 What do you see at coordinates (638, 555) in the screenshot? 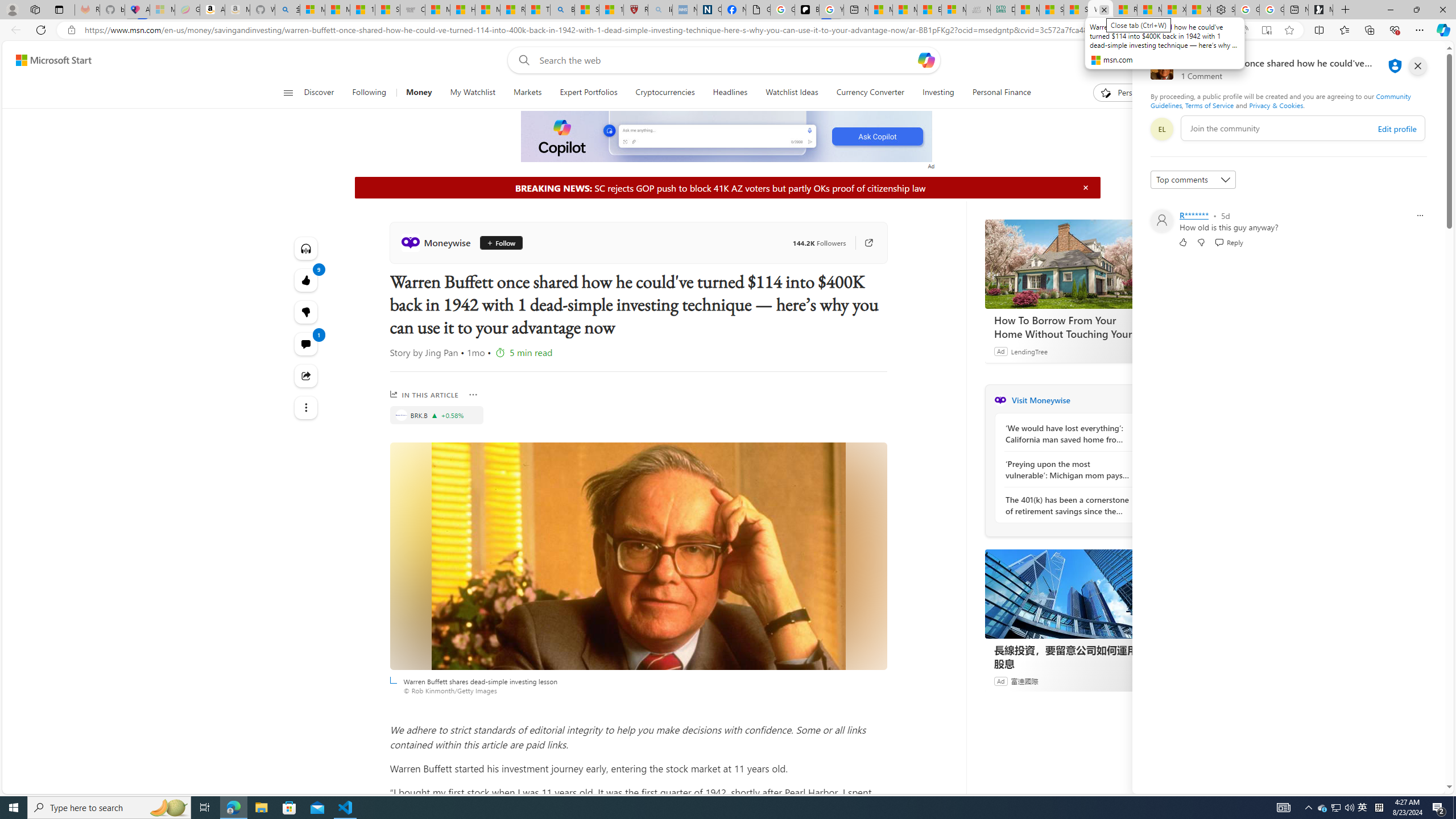
I see `'Warren Buffett shares dead-simple investing lesson'` at bounding box center [638, 555].